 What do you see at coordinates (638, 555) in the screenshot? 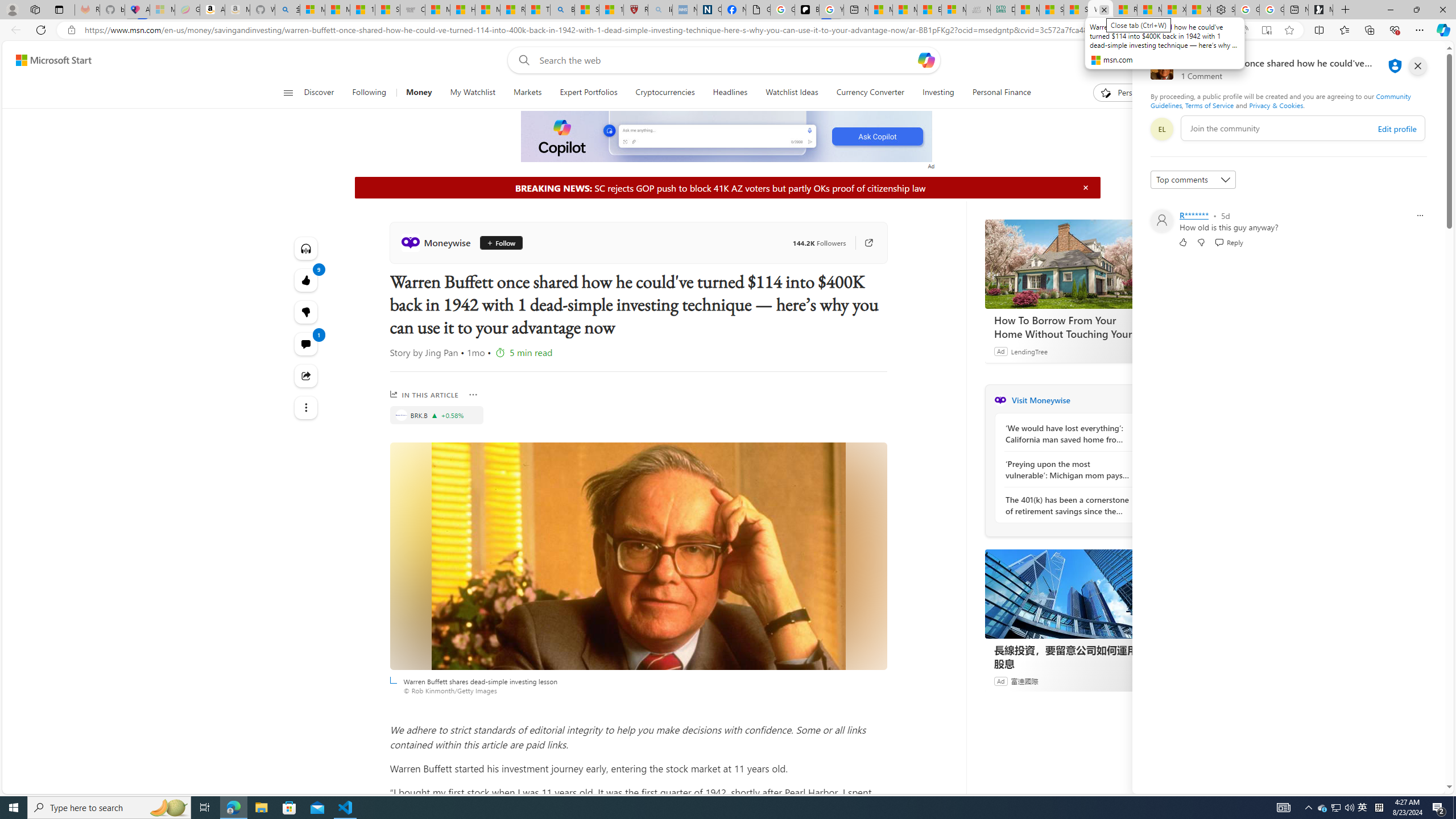
I see `'Warren Buffett shares dead-simple investing lesson'` at bounding box center [638, 555].